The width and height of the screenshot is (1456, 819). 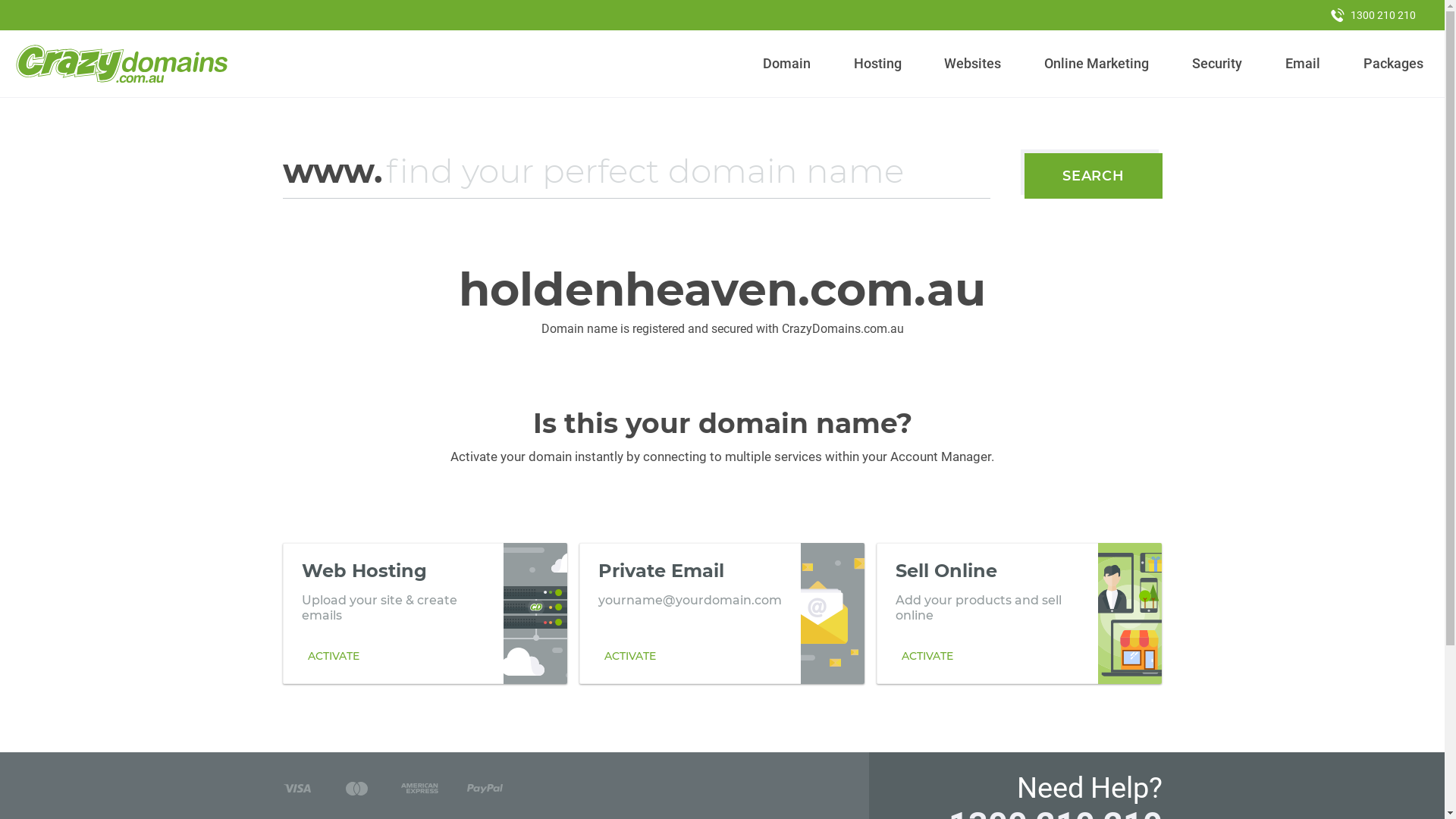 I want to click on 'Websites', so click(x=972, y=63).